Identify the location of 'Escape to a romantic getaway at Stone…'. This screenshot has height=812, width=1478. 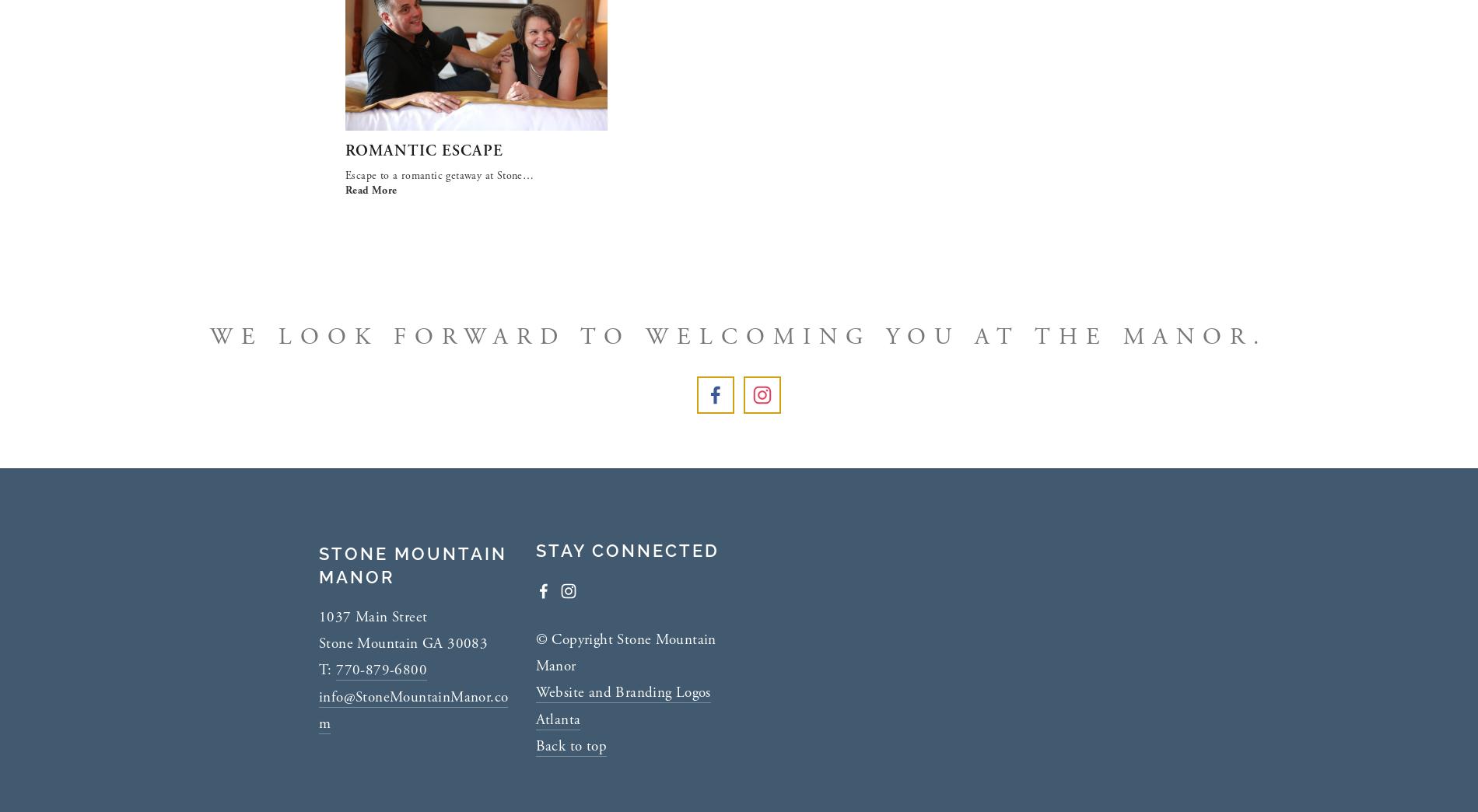
(345, 174).